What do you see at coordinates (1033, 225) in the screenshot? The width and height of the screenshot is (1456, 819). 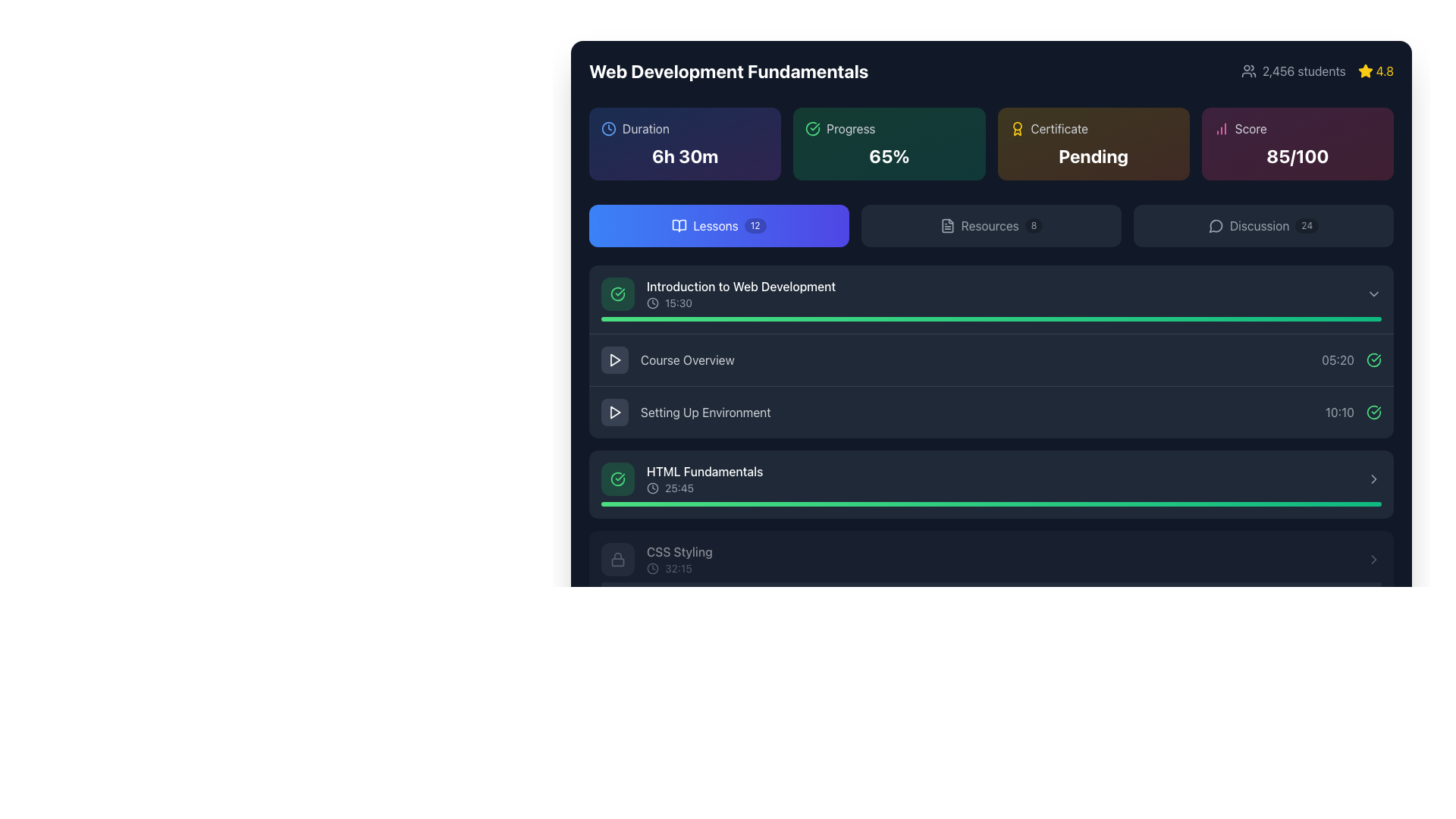 I see `the badge displaying the numeral '8' located near the top-right corner of the 'Resources' card in the navigation bar` at bounding box center [1033, 225].